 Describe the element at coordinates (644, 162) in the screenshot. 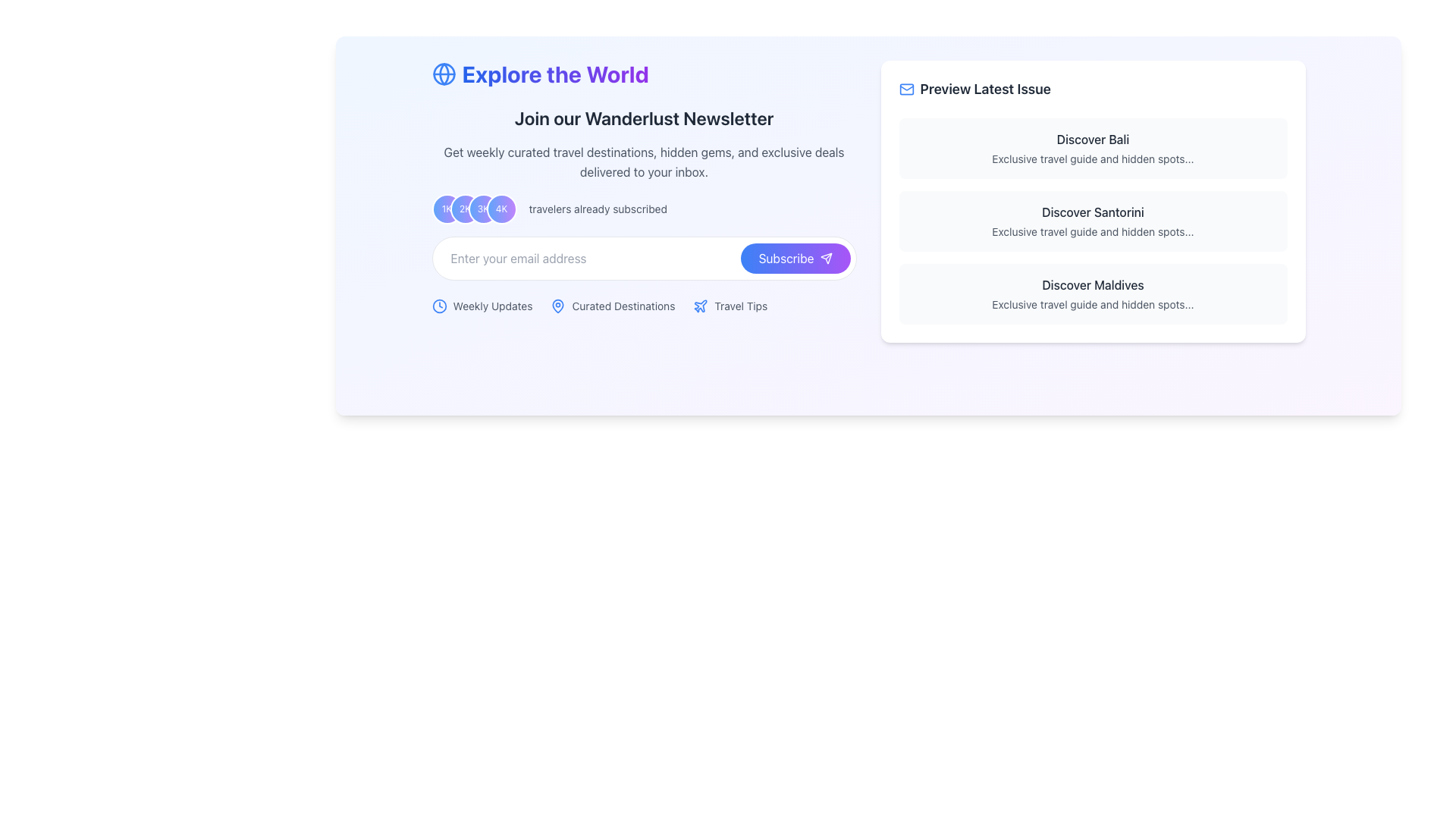

I see `the descriptive text block that provides details about the benefits of subscribing to the newsletter, located below the heading 'Join our Wanderlust Newsletter.'` at that location.